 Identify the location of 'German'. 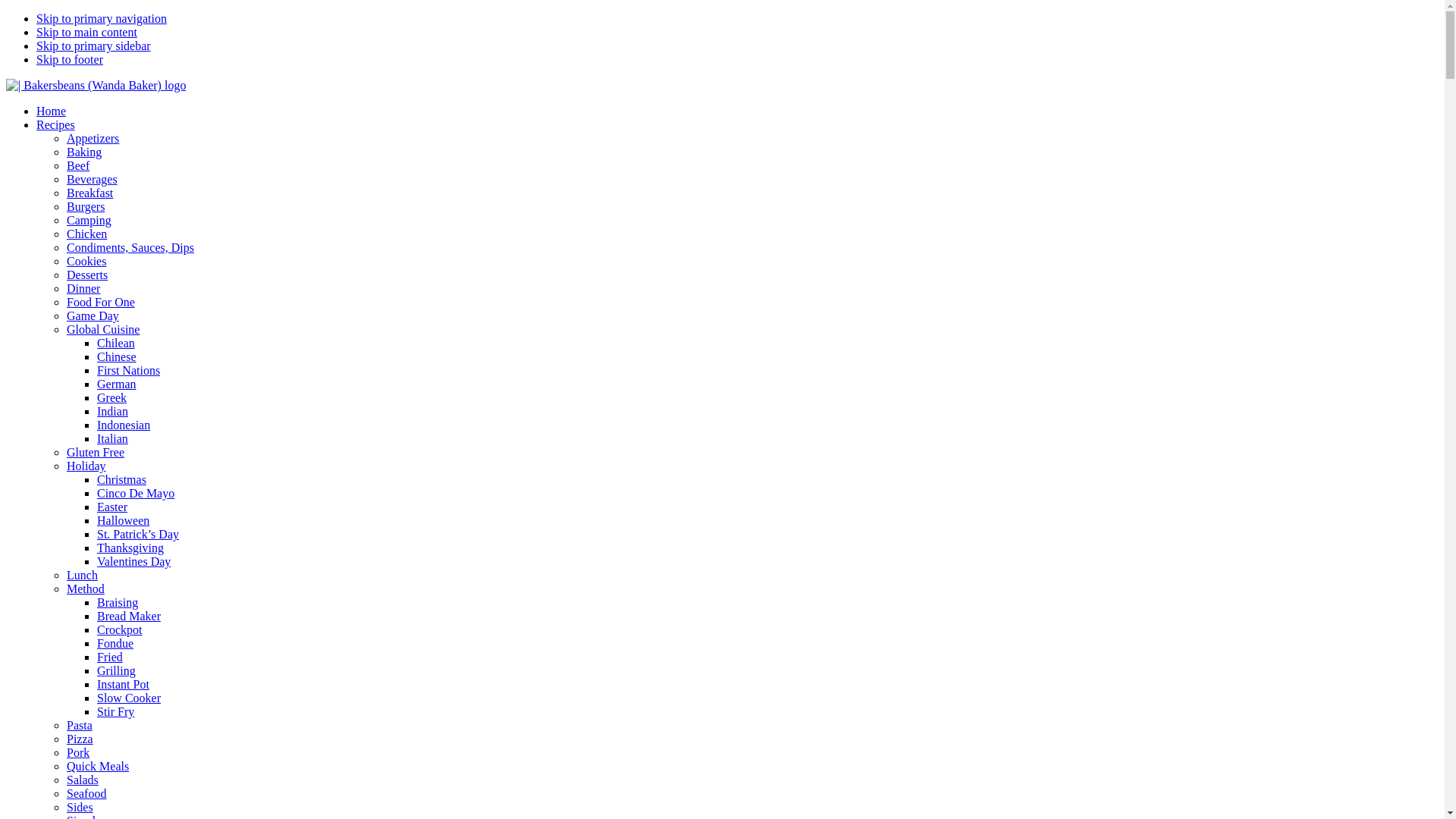
(115, 383).